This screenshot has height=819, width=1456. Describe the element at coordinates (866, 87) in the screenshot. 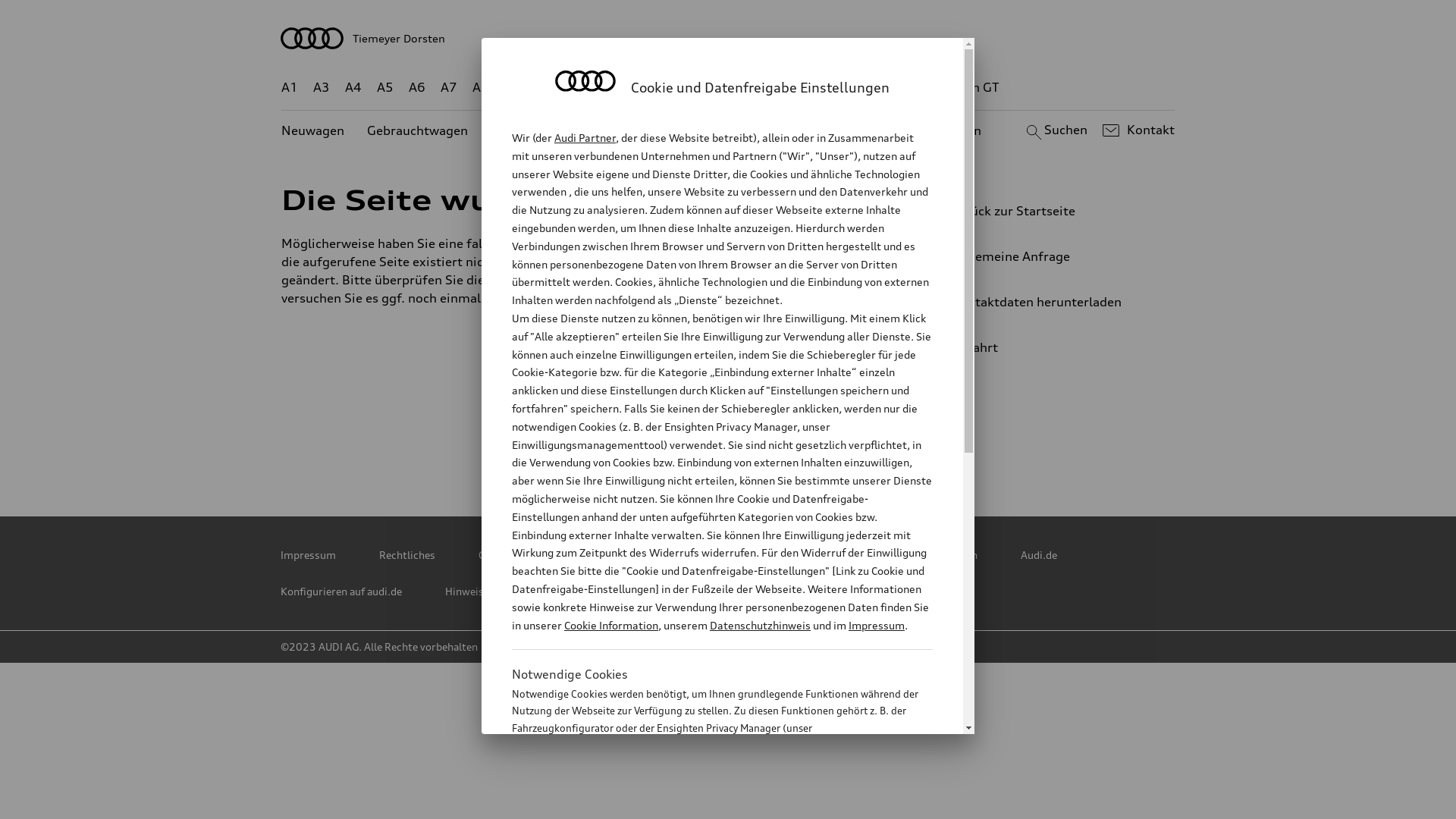

I see `'RS'` at that location.